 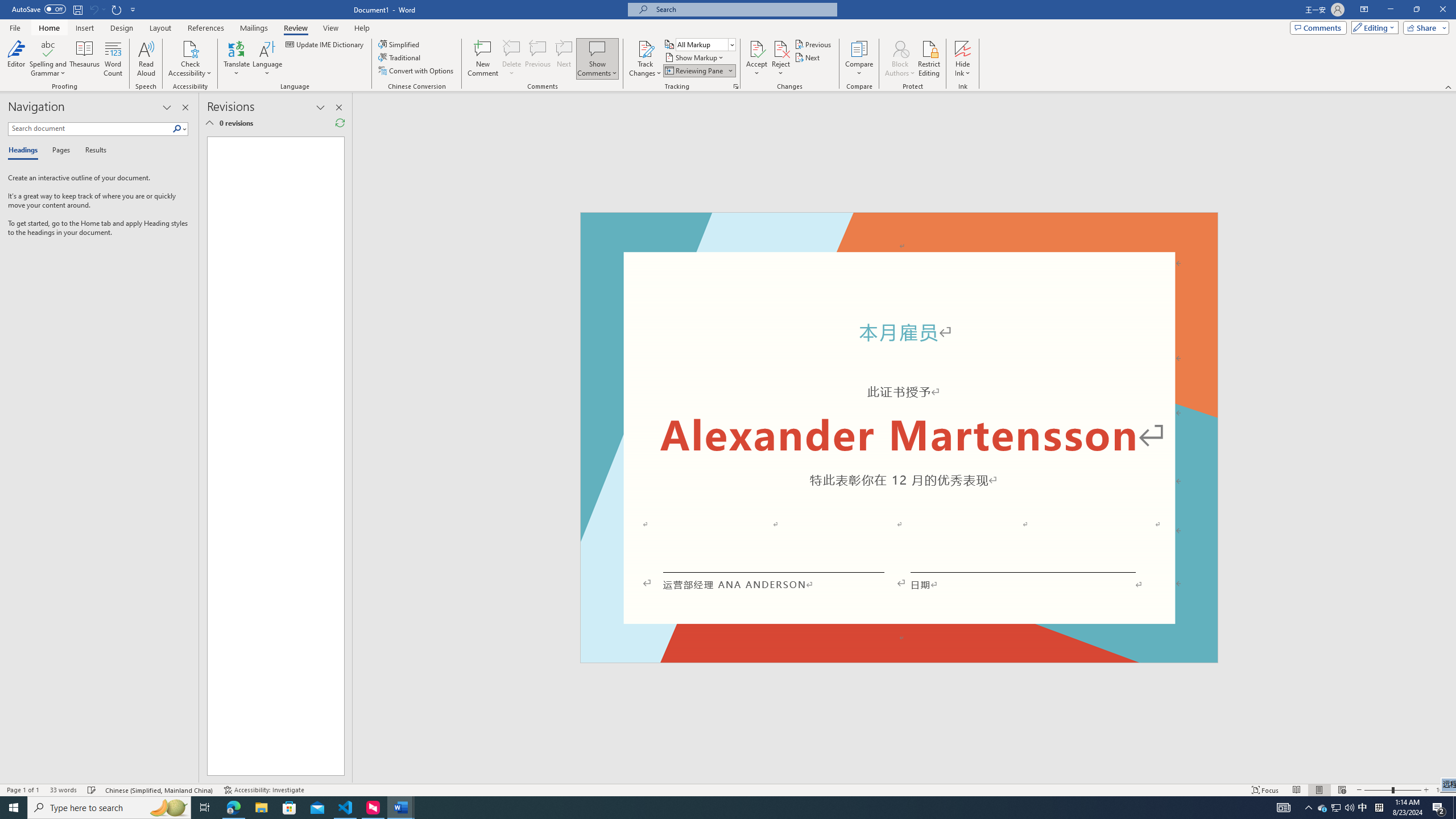 I want to click on 'Headings', so click(x=25, y=150).